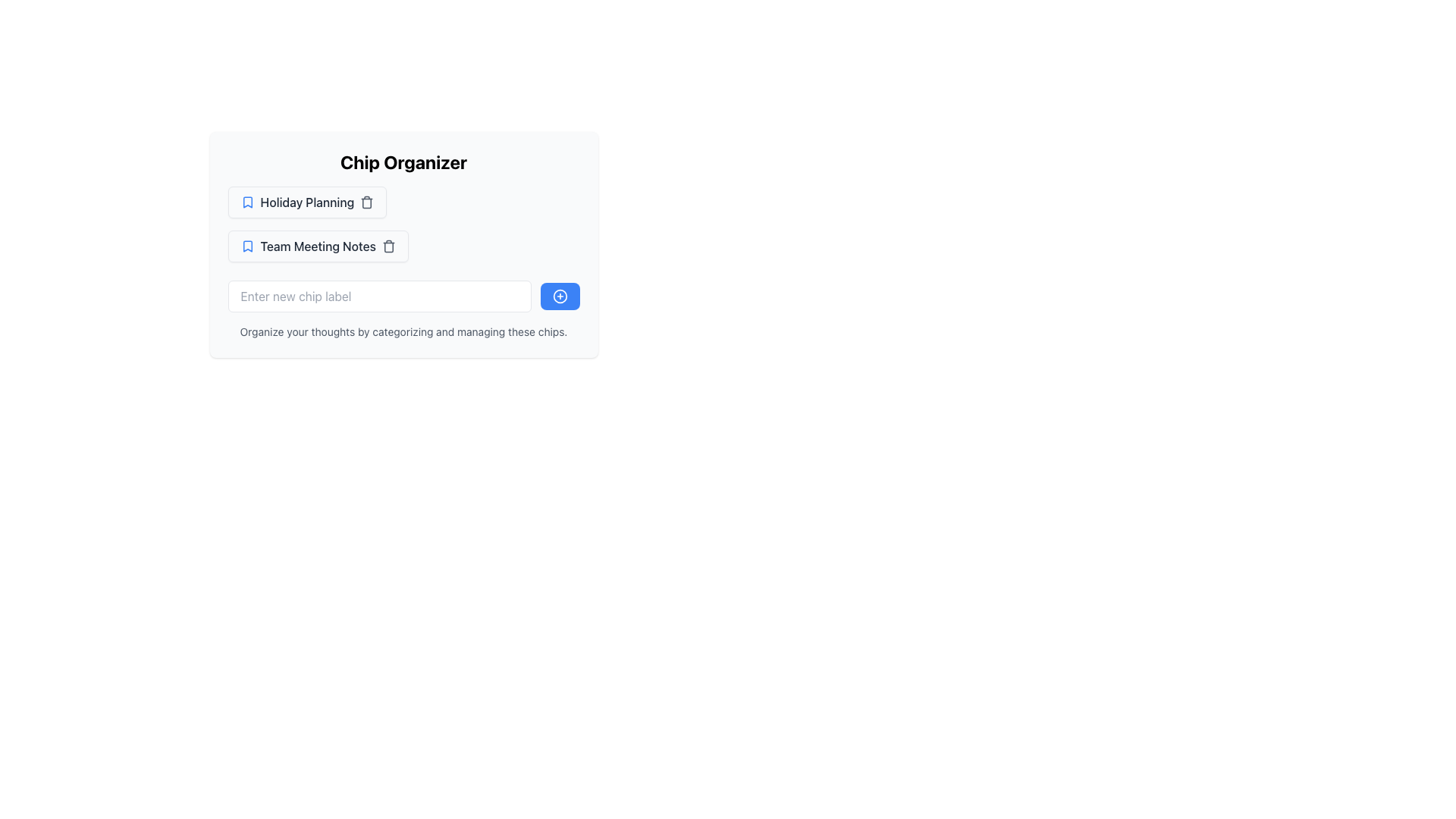  Describe the element at coordinates (247, 245) in the screenshot. I see `the small light blue bookmark icon located to the left of the text 'Team Meeting Notes' in the 'Holiday Planning' section` at that location.